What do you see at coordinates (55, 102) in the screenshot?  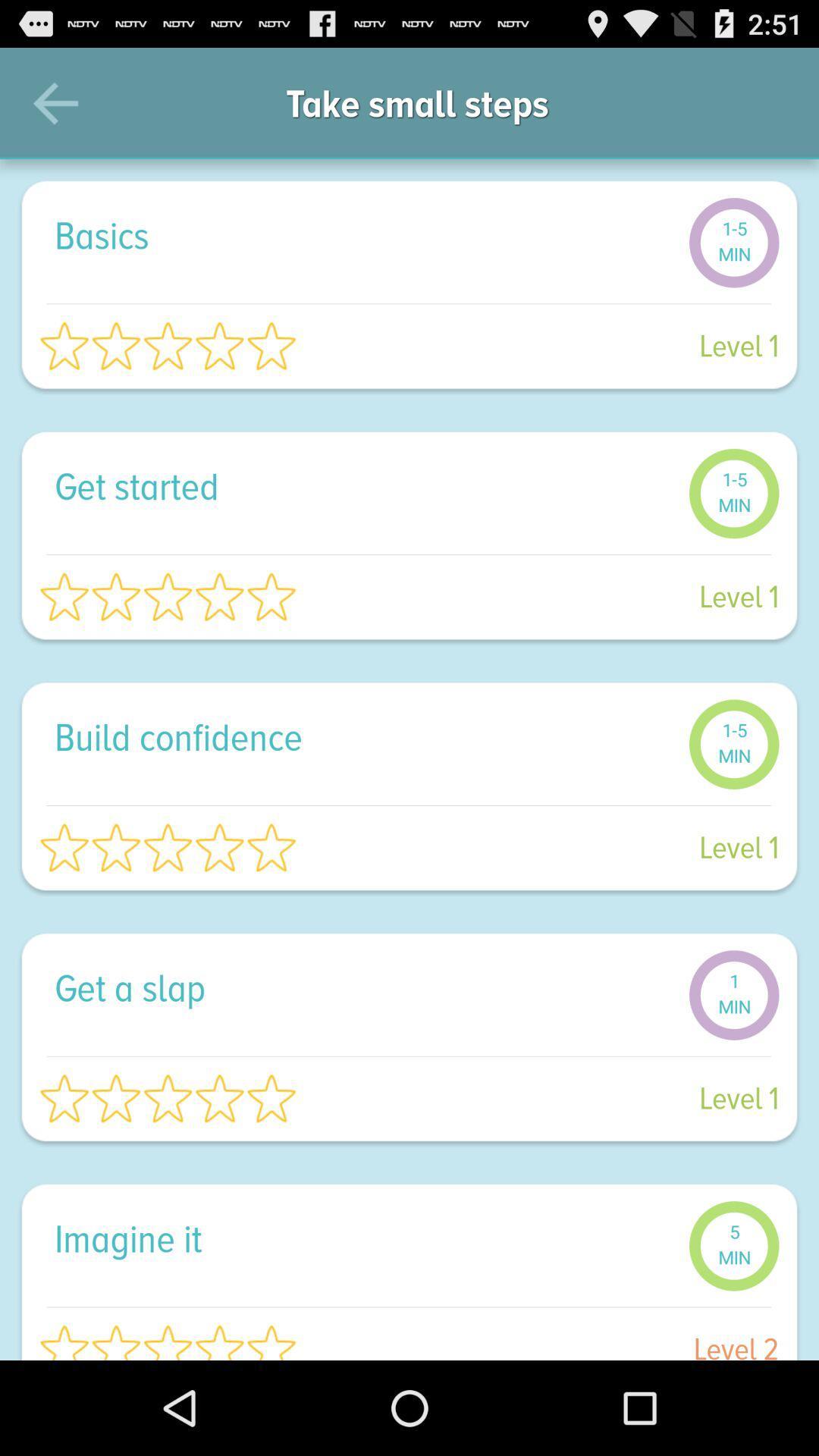 I see `the icon above the basics` at bounding box center [55, 102].